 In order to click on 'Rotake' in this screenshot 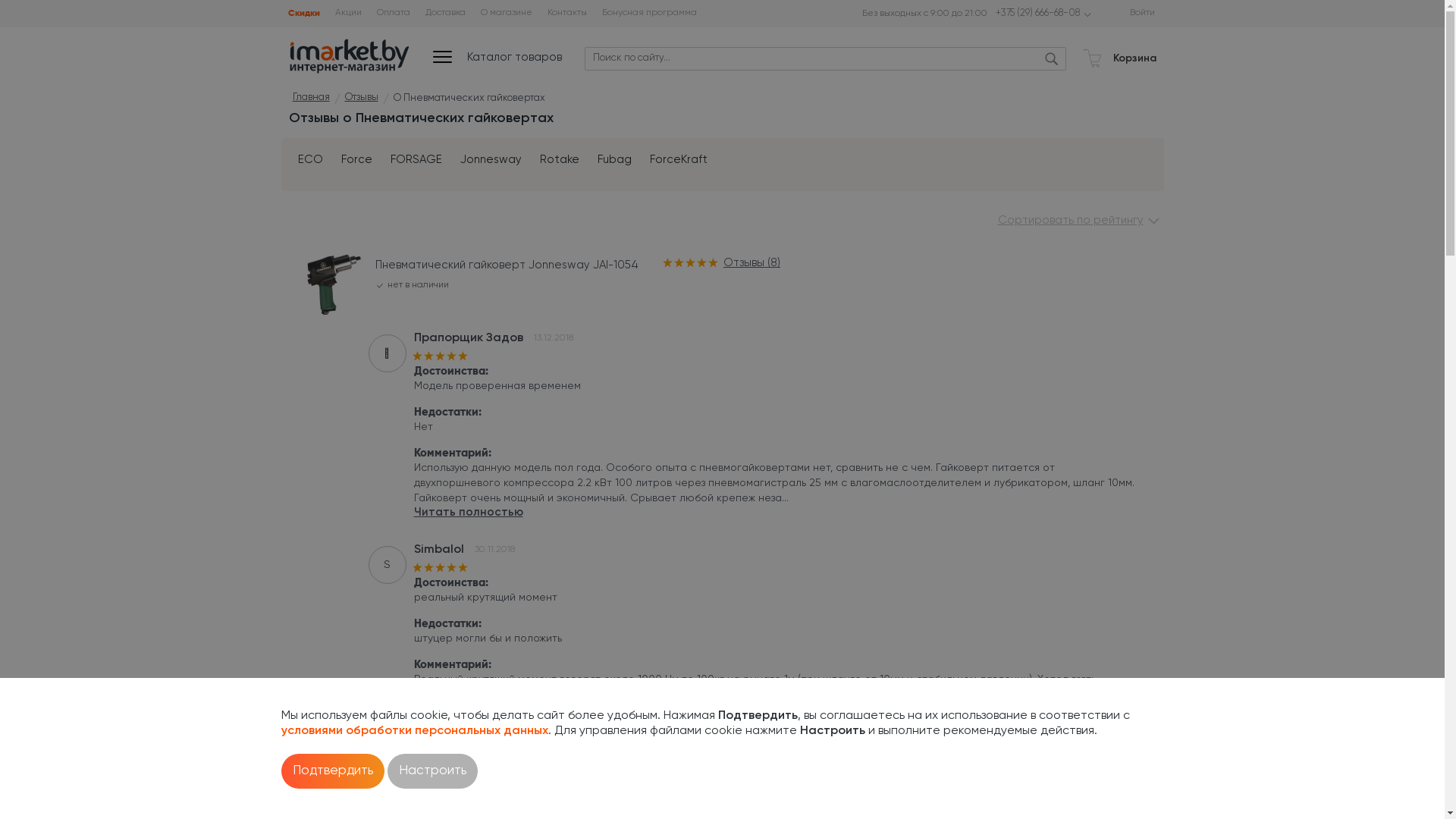, I will do `click(559, 160)`.